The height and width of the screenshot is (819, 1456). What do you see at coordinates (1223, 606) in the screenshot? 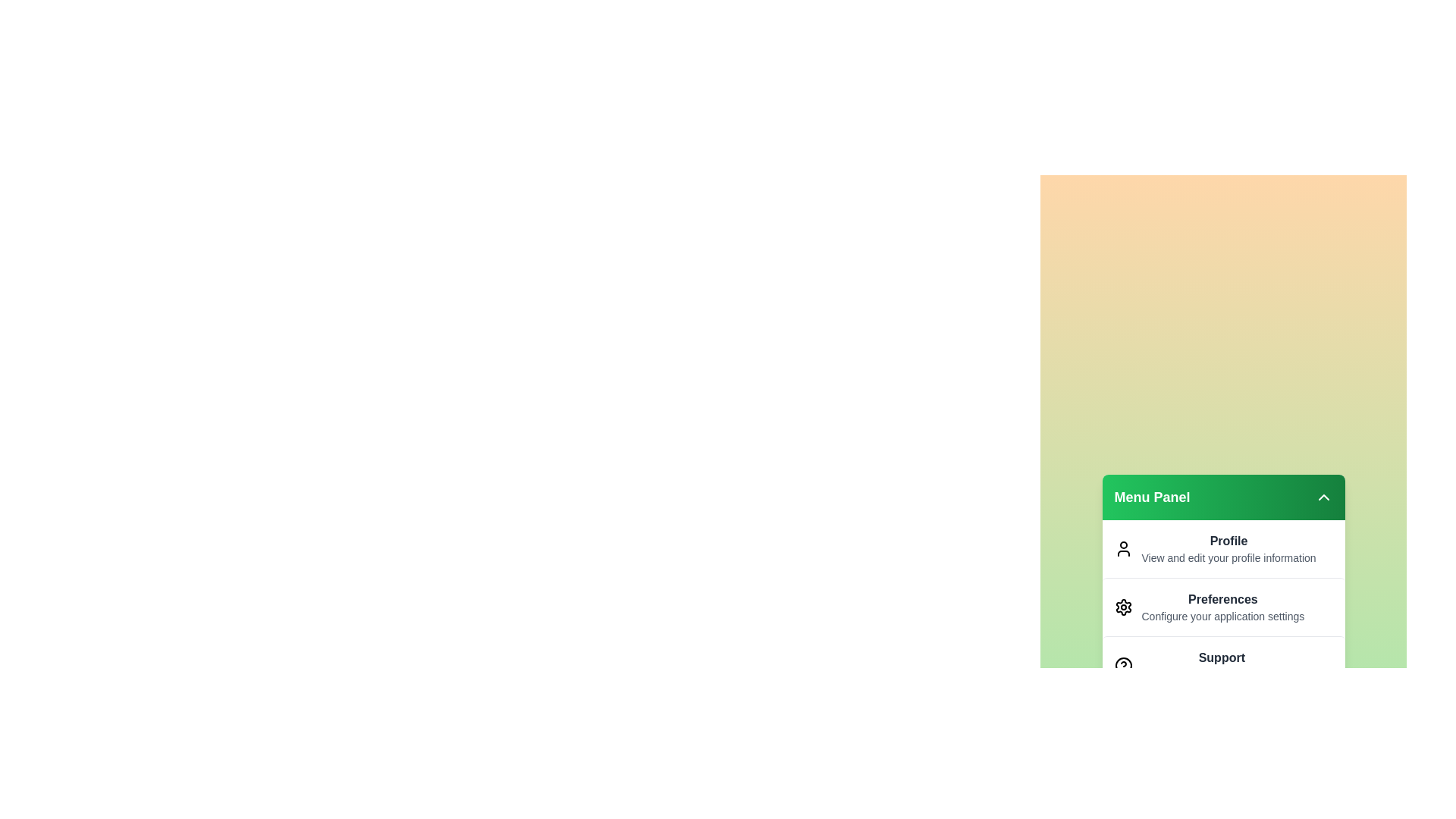
I see `the menu item Preferences from the menu panel` at bounding box center [1223, 606].